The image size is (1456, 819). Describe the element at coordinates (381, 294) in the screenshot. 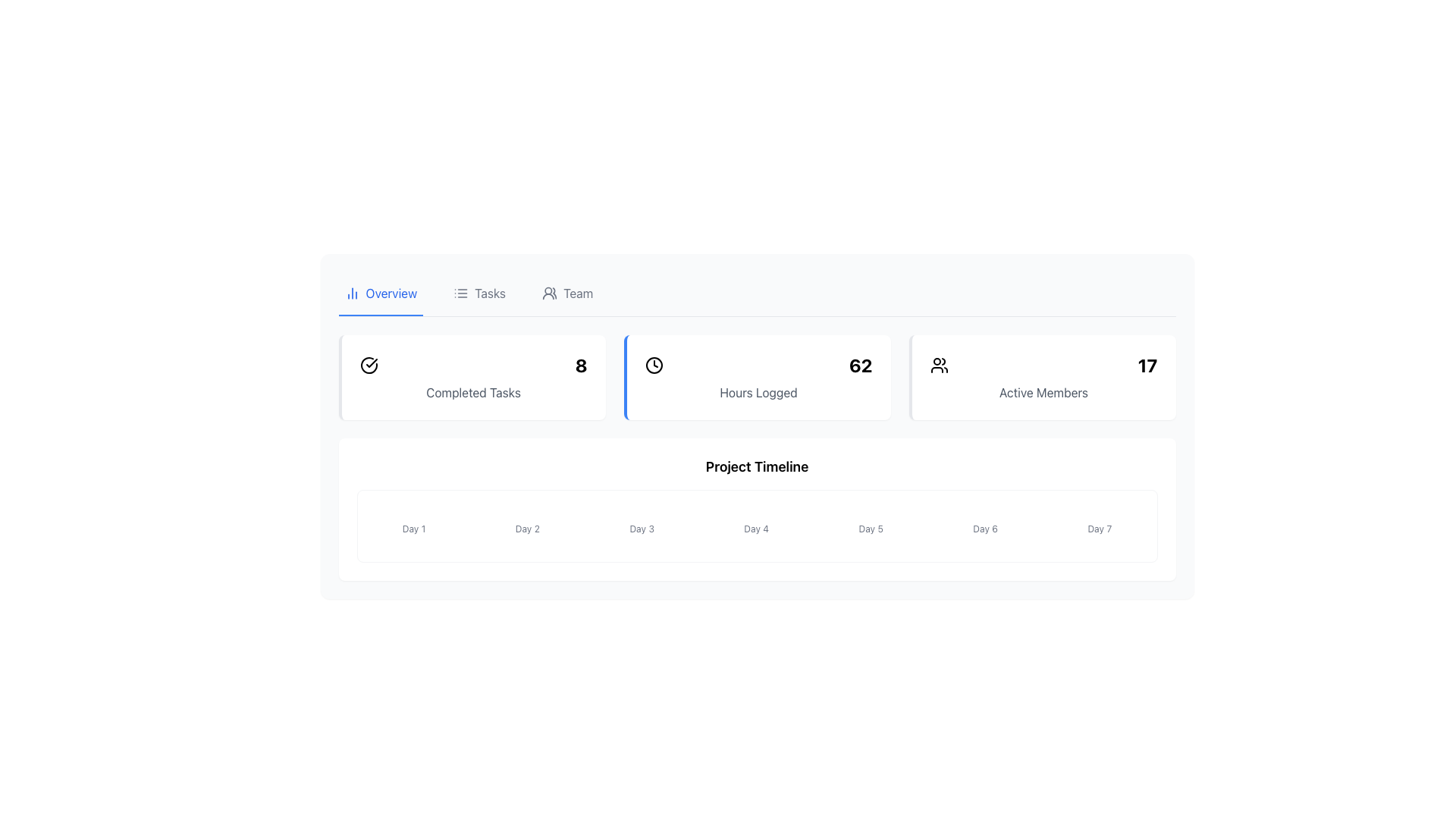

I see `the active 'Overview' tab in the navigation bar` at that location.